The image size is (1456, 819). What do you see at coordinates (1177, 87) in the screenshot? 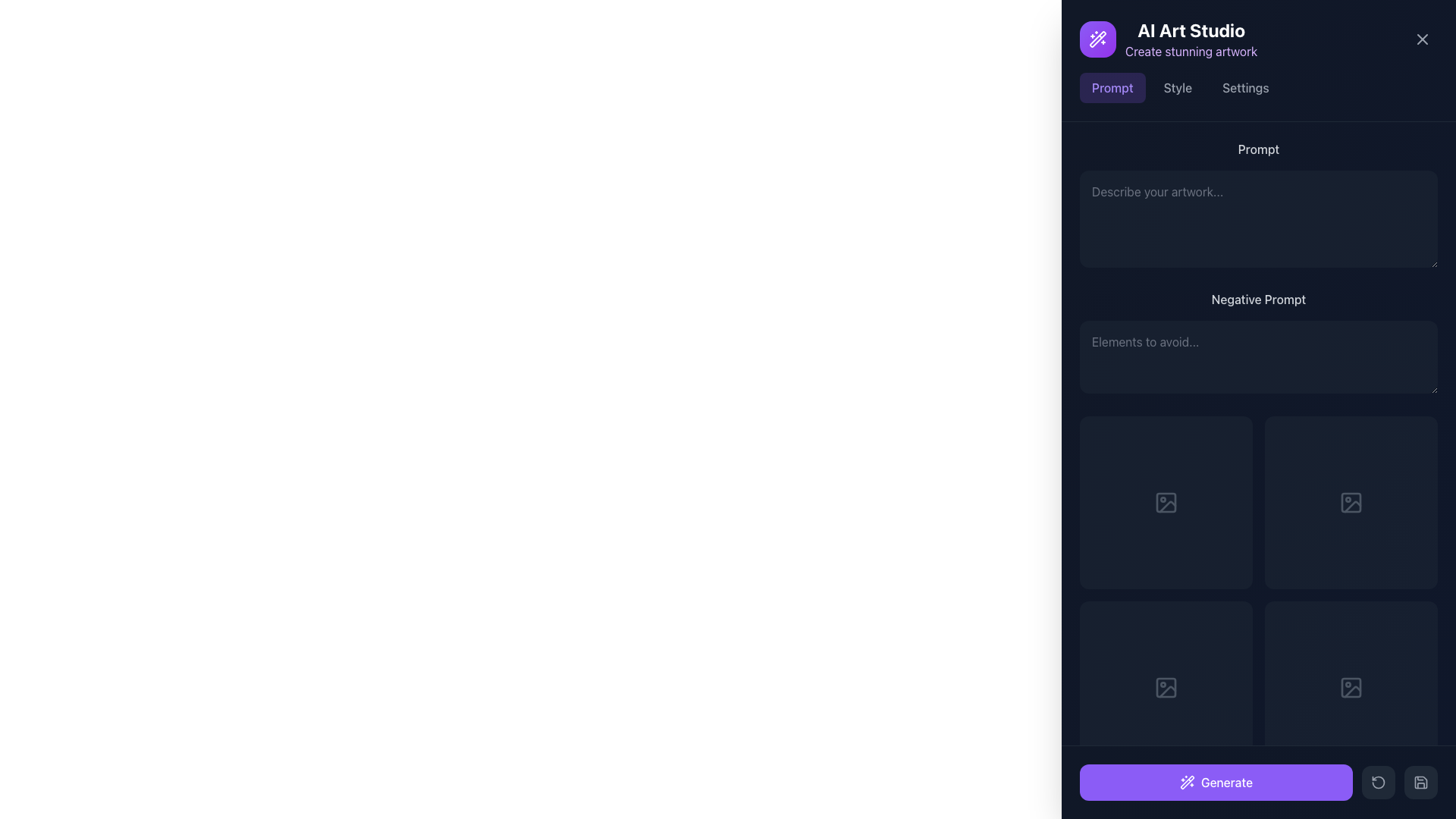
I see `the style settings button located between the 'Prompt' and 'Settings' buttons in the AI Art Studio interface` at bounding box center [1177, 87].